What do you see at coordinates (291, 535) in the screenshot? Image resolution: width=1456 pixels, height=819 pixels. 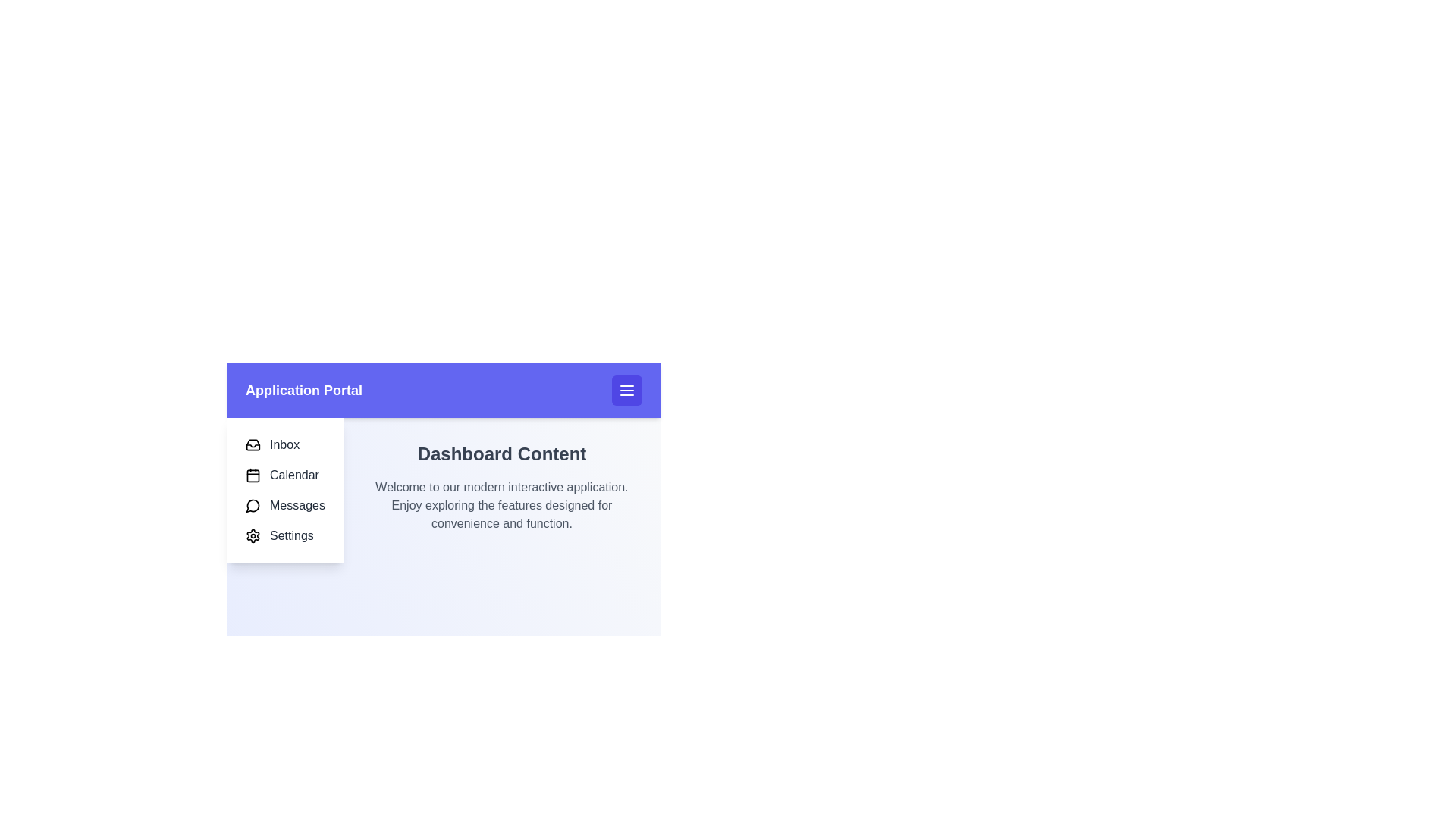 I see `text content of the Text Label located in the lower-most position within the left-side navigation panel, directly under the 'Messages' entry and aligned with a gear icon` at bounding box center [291, 535].